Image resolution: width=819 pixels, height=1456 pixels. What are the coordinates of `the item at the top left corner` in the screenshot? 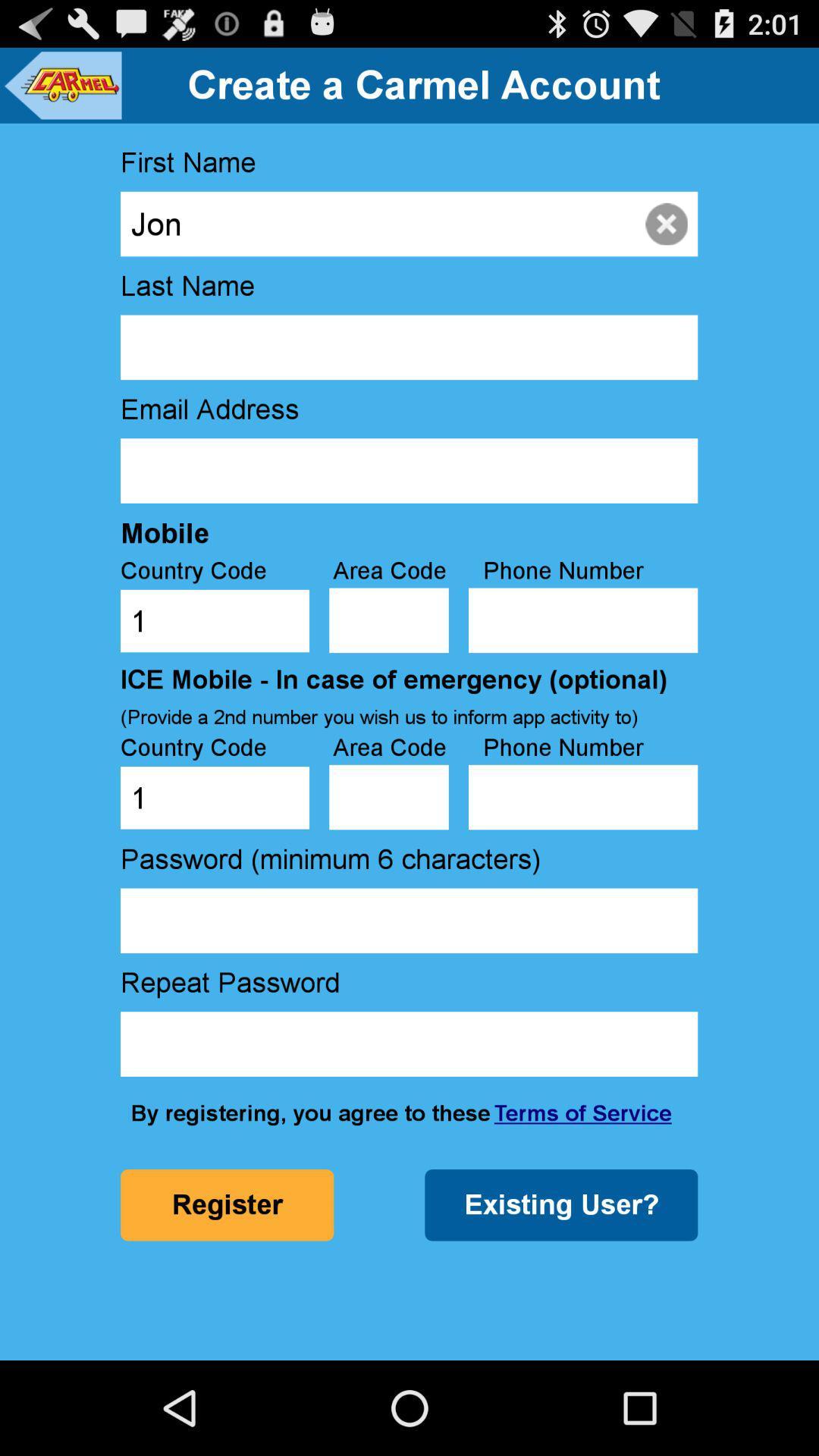 It's located at (61, 84).